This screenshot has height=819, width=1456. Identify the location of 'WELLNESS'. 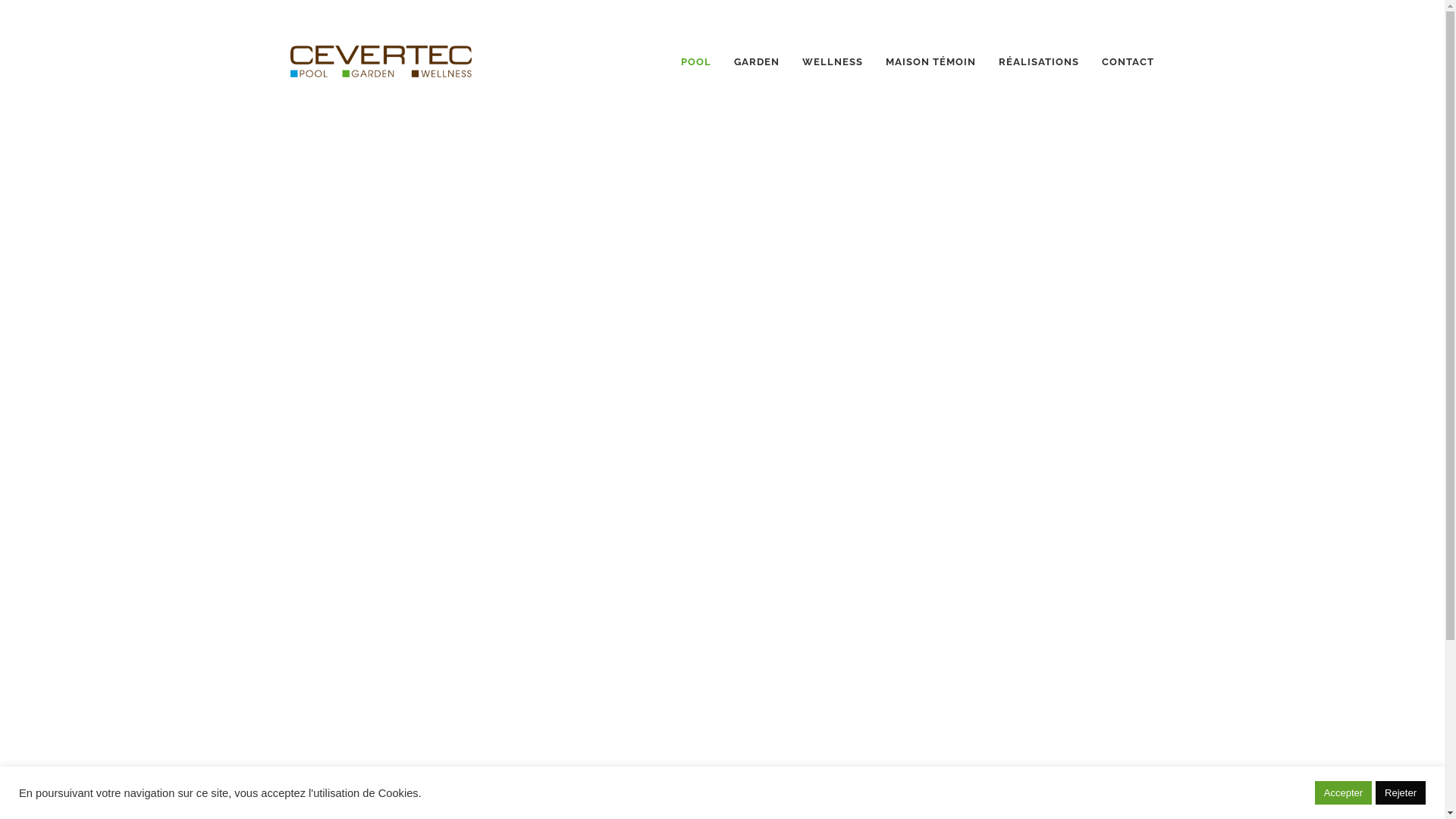
(832, 61).